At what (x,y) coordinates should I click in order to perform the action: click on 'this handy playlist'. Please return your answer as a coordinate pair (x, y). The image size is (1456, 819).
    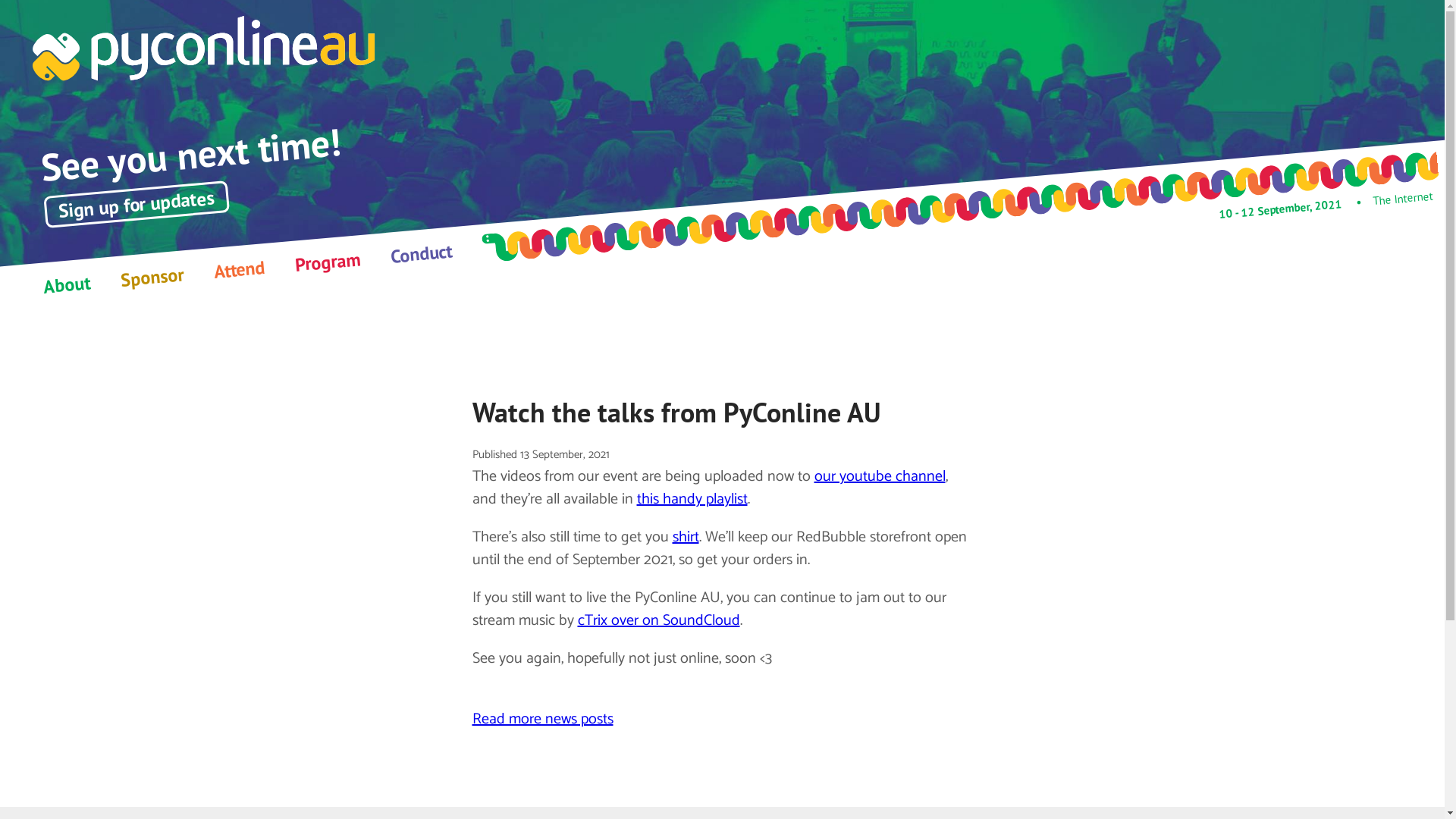
    Looking at the image, I should click on (691, 499).